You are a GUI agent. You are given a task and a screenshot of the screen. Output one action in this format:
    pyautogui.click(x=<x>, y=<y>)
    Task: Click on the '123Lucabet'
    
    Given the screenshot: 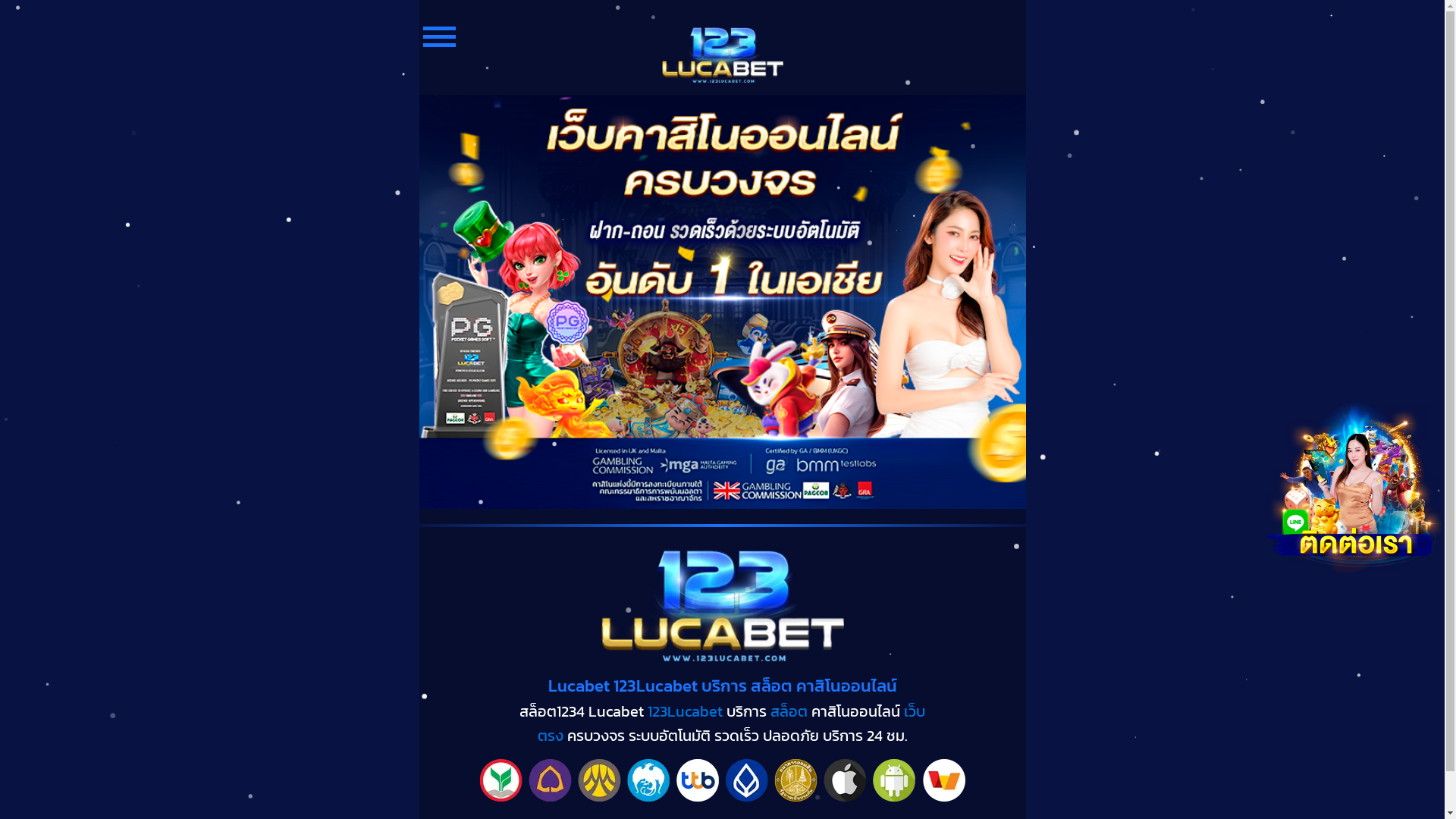 What is the action you would take?
    pyautogui.click(x=648, y=711)
    